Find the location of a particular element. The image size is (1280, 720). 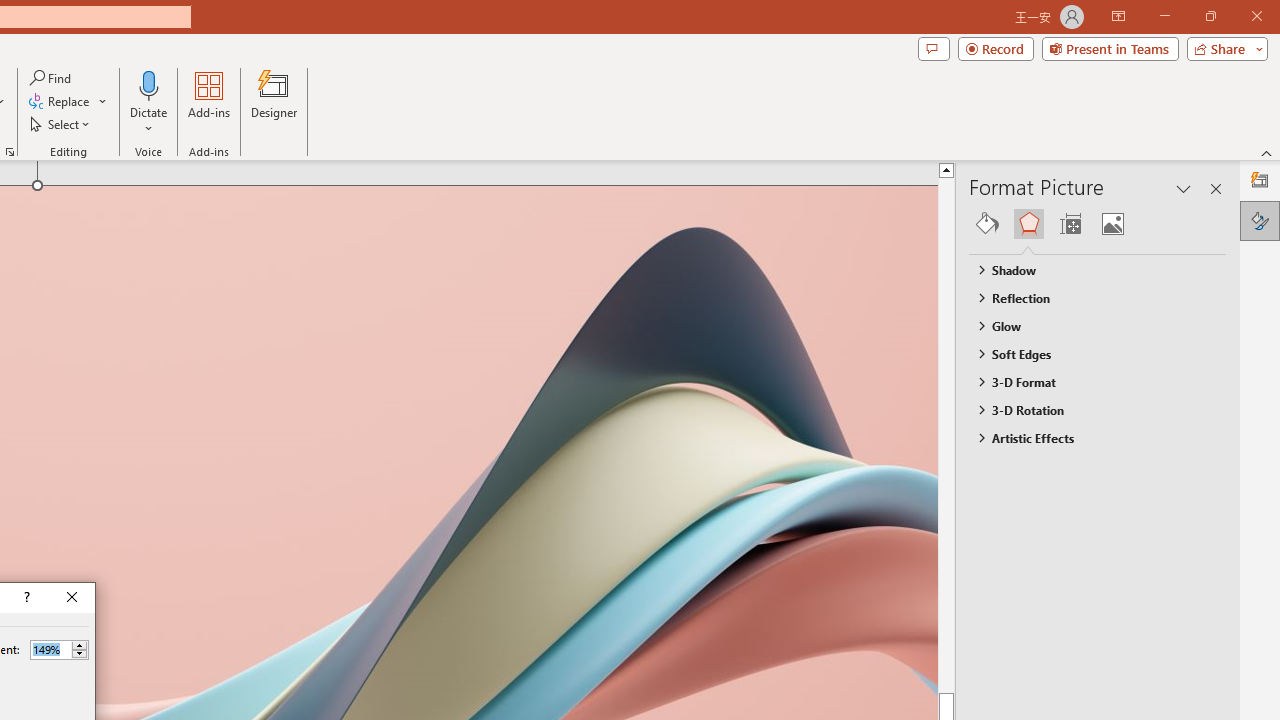

'Replace...' is located at coordinates (60, 101).